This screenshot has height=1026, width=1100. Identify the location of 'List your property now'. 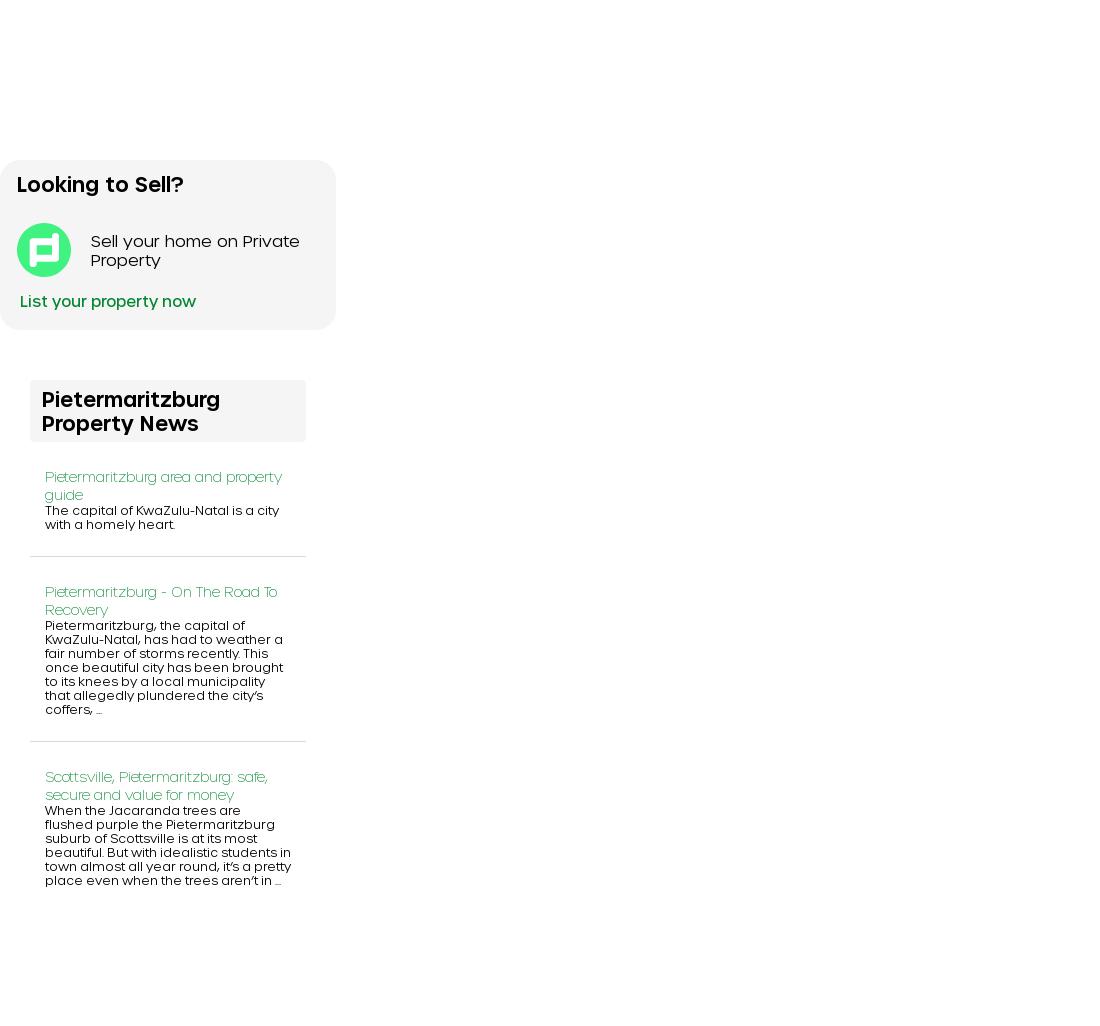
(108, 299).